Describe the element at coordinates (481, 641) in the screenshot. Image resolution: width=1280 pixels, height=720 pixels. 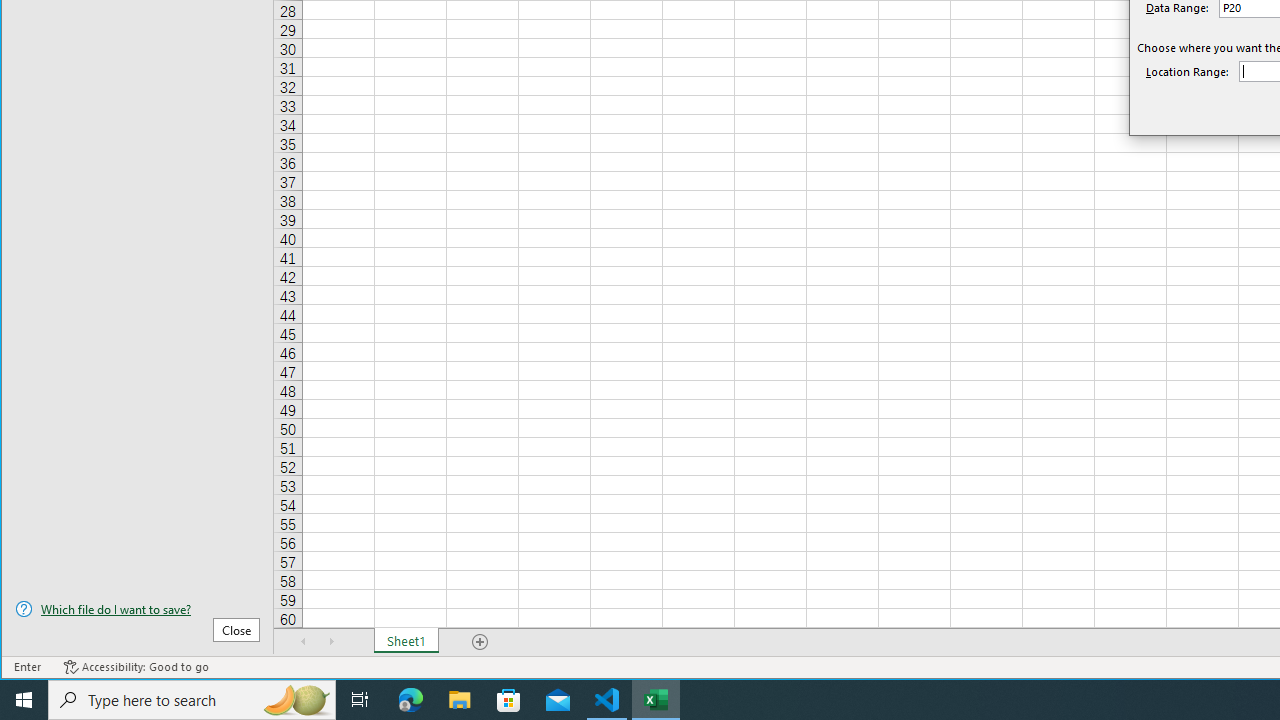
I see `'Add Sheet'` at that location.